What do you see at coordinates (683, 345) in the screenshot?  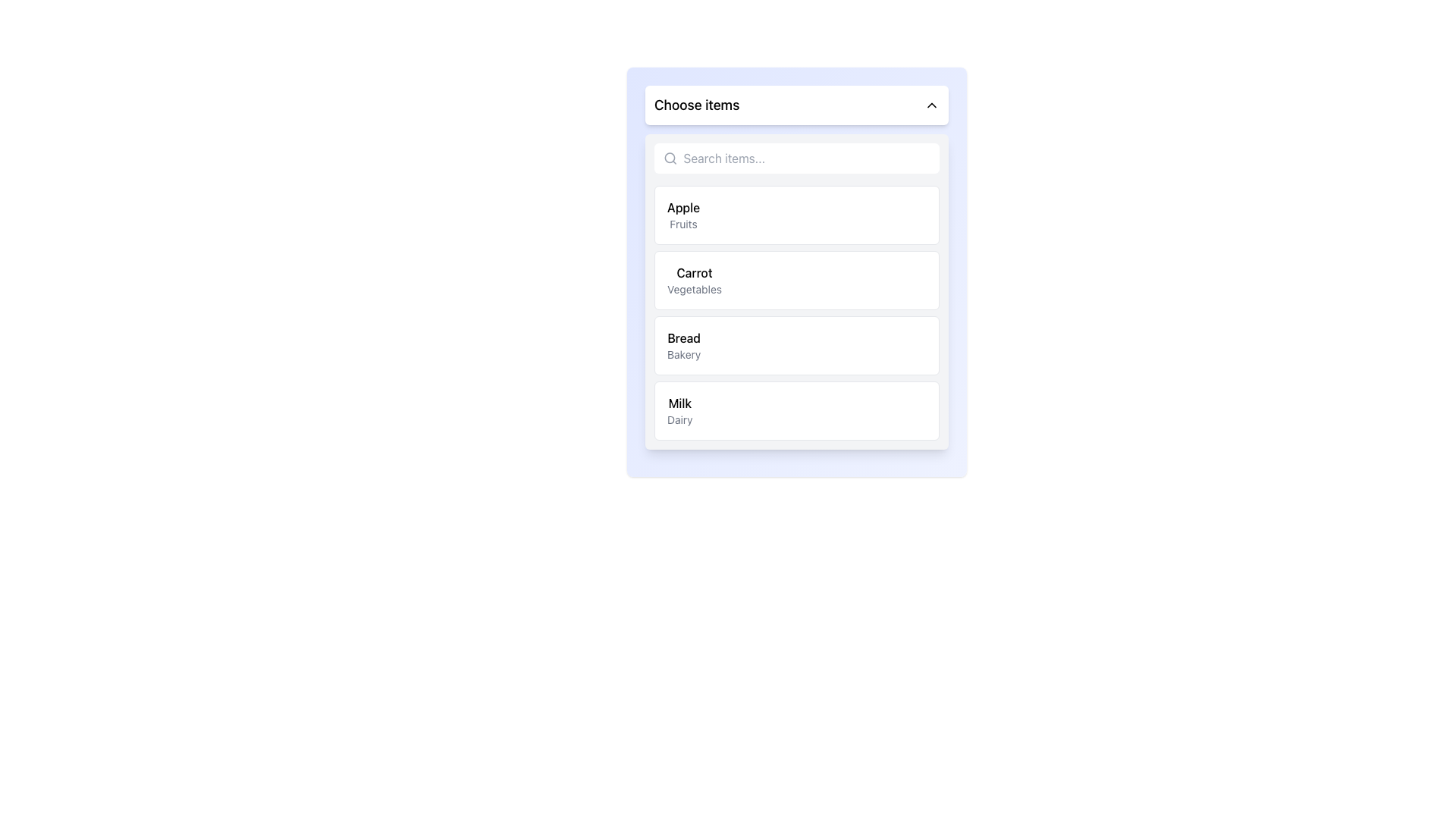 I see `text content of the label that displays 'Bread' in bold and 'Bakery' in smaller gray font, which is the third item in a vertical list within a modal, located between 'Carrot - Vegetables' and 'Milk - Dairy'` at bounding box center [683, 345].